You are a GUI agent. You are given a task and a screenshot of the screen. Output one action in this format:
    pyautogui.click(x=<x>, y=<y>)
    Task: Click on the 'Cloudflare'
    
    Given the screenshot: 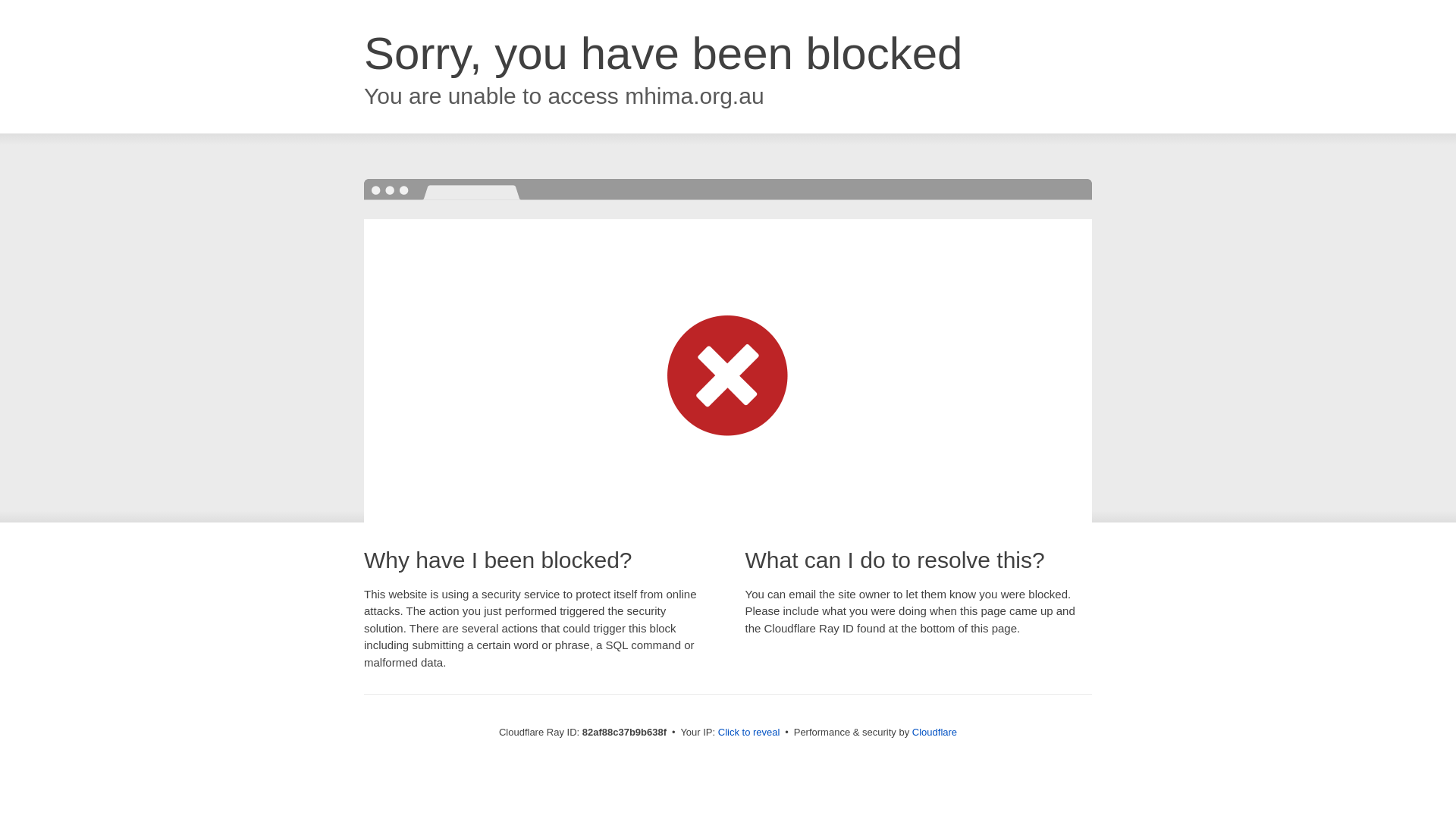 What is the action you would take?
    pyautogui.click(x=934, y=731)
    